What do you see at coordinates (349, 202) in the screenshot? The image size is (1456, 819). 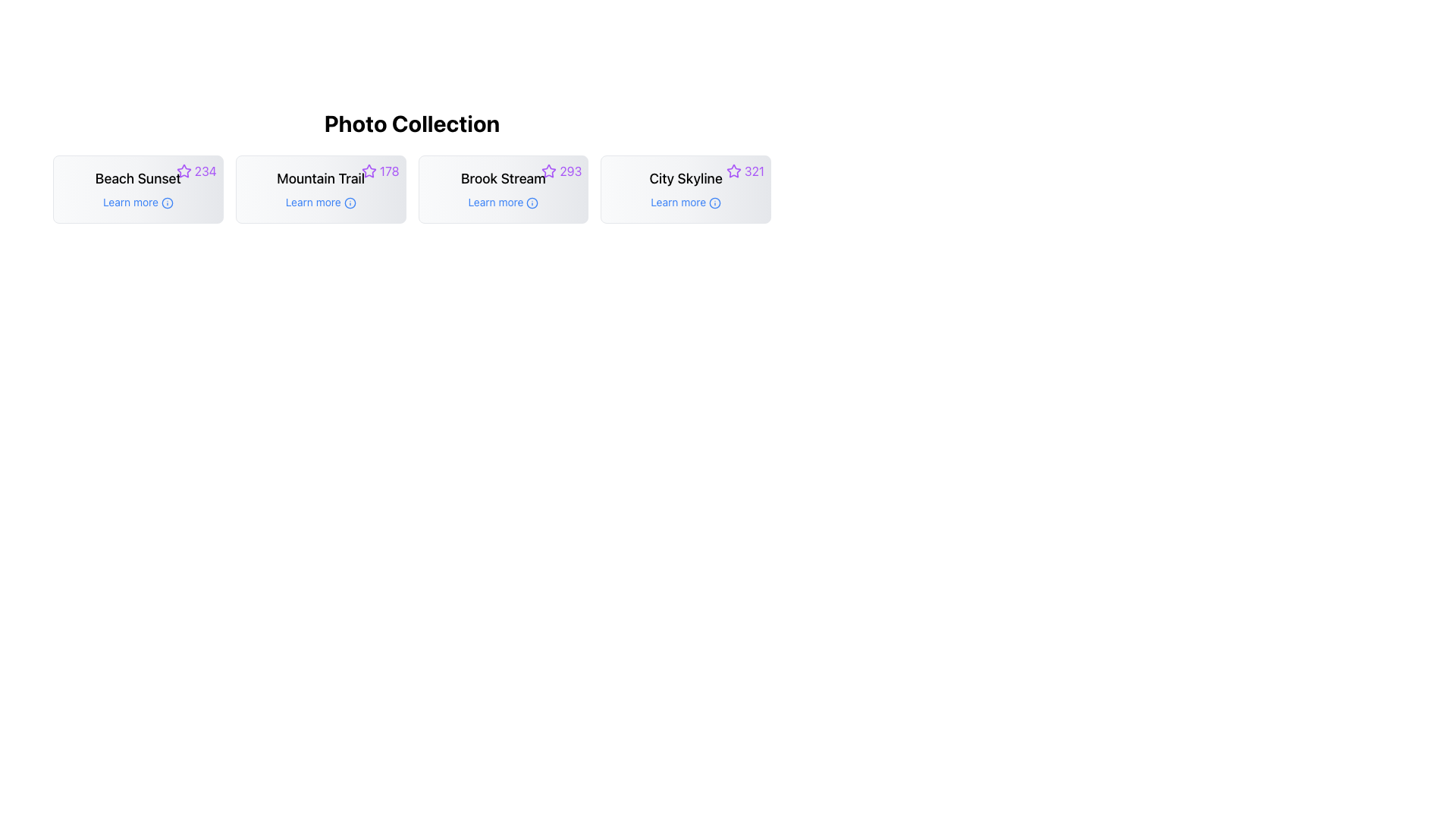 I see `the circular part of the information icon located below the title 'Mountain Trail' in the second column of the photo collection grid` at bounding box center [349, 202].